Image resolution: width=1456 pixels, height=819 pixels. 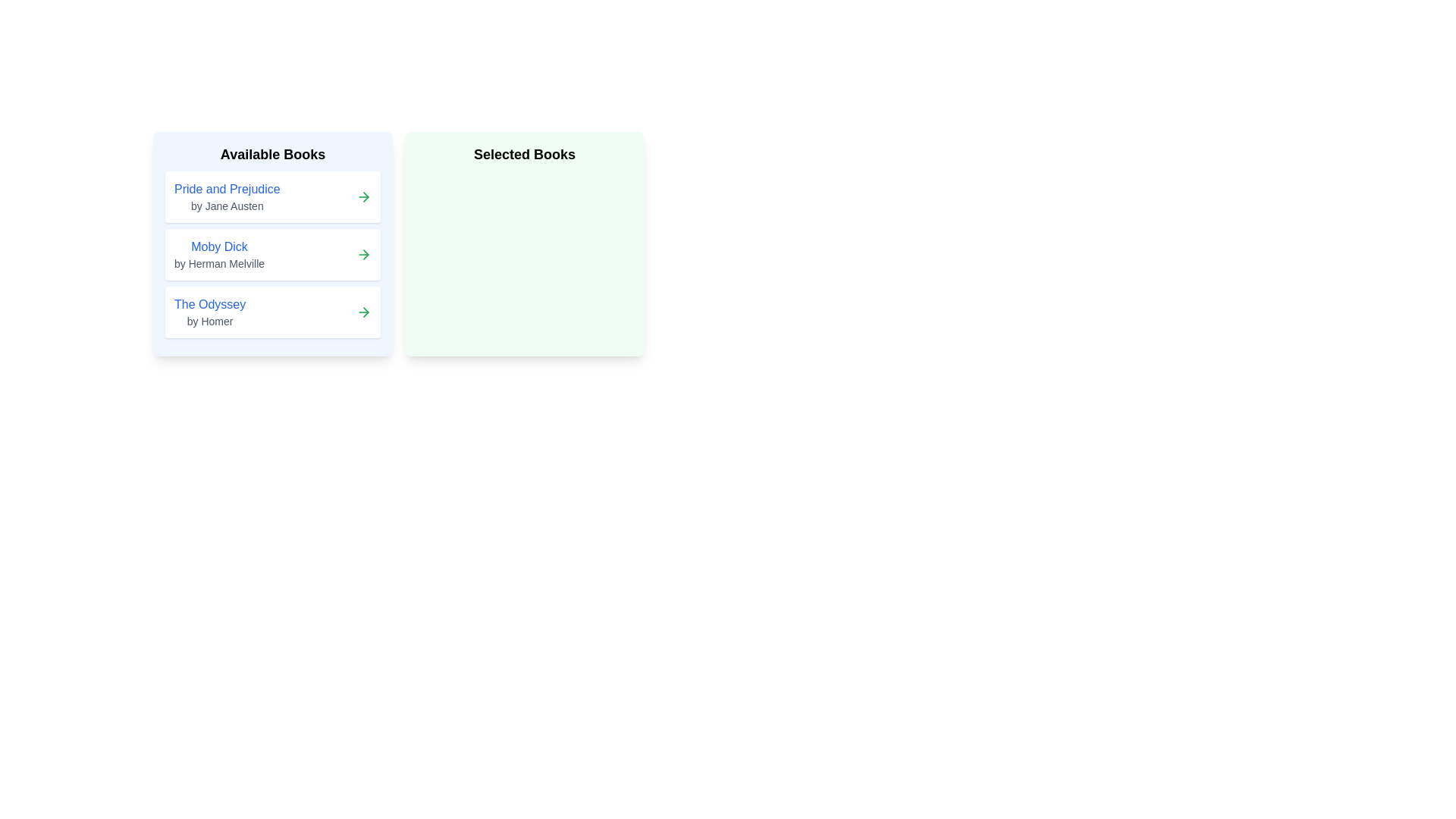 What do you see at coordinates (218, 253) in the screenshot?
I see `the content associated with the text display showing 'Moby Dick'` at bounding box center [218, 253].